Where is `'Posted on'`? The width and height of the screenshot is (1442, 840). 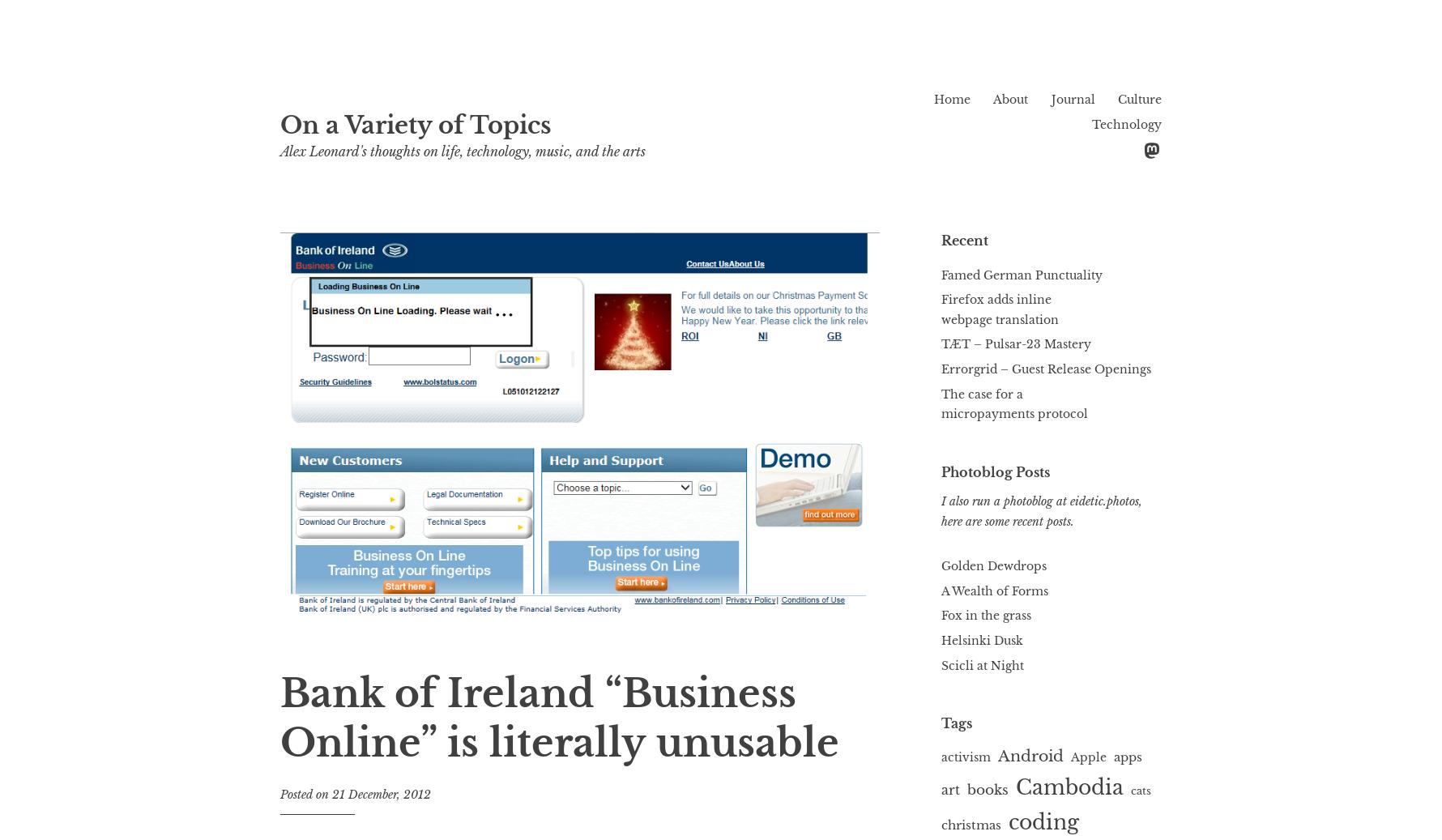
'Posted on' is located at coordinates (305, 793).